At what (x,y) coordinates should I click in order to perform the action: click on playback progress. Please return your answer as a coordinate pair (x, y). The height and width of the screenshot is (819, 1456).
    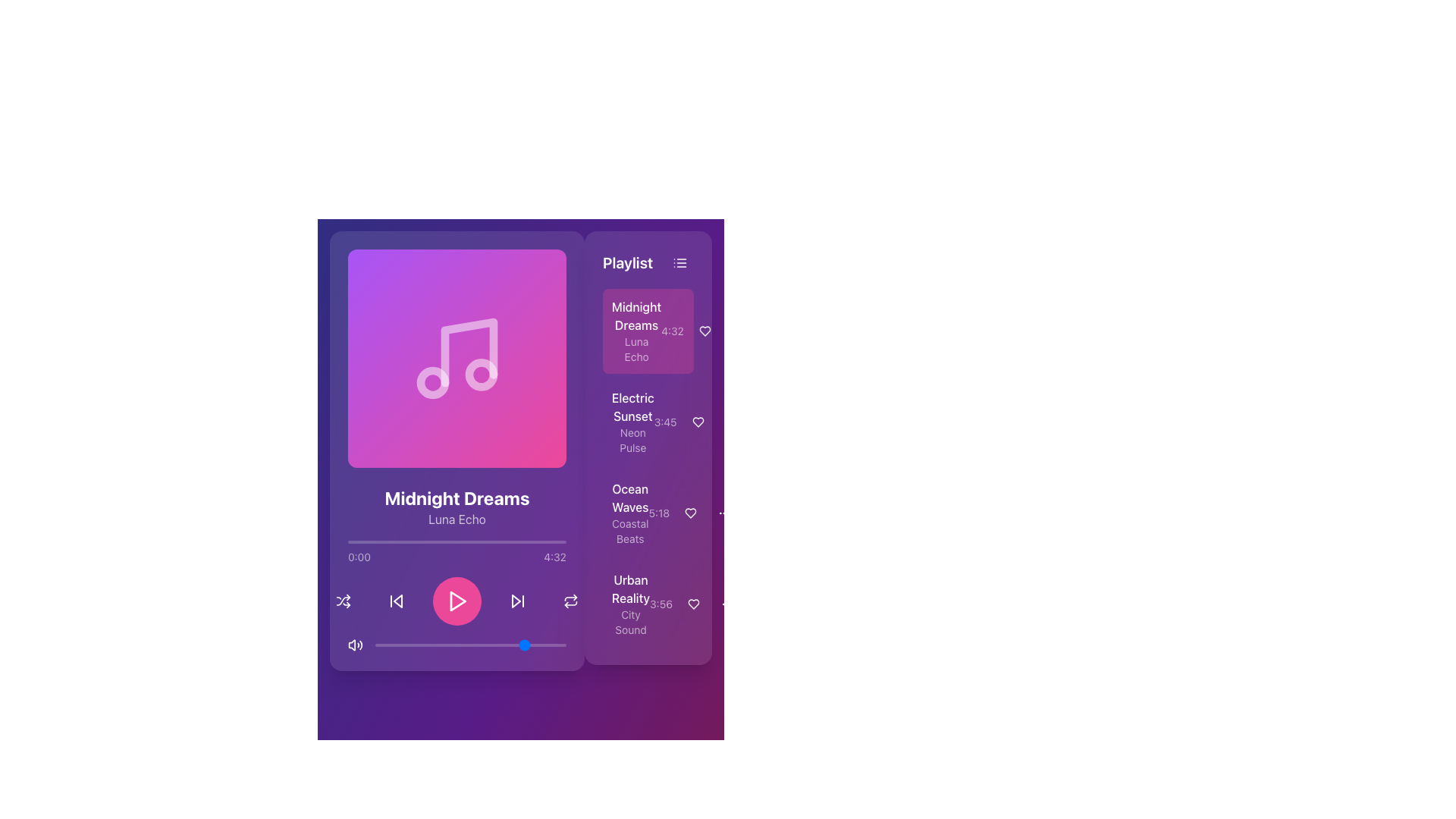
    Looking at the image, I should click on (375, 645).